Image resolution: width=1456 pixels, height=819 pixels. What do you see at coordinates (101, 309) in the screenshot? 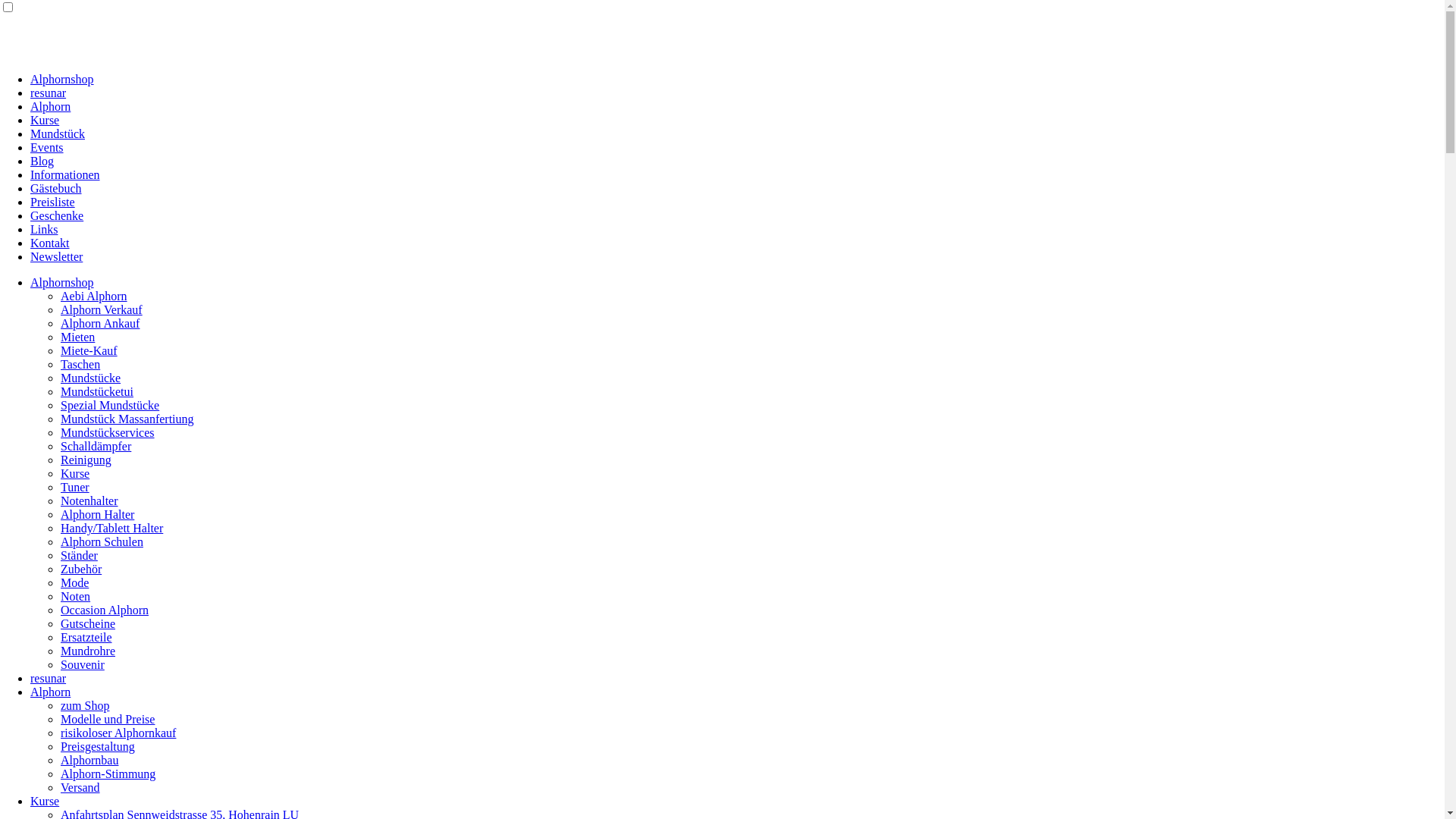
I see `'Alphorn Verkauf'` at bounding box center [101, 309].